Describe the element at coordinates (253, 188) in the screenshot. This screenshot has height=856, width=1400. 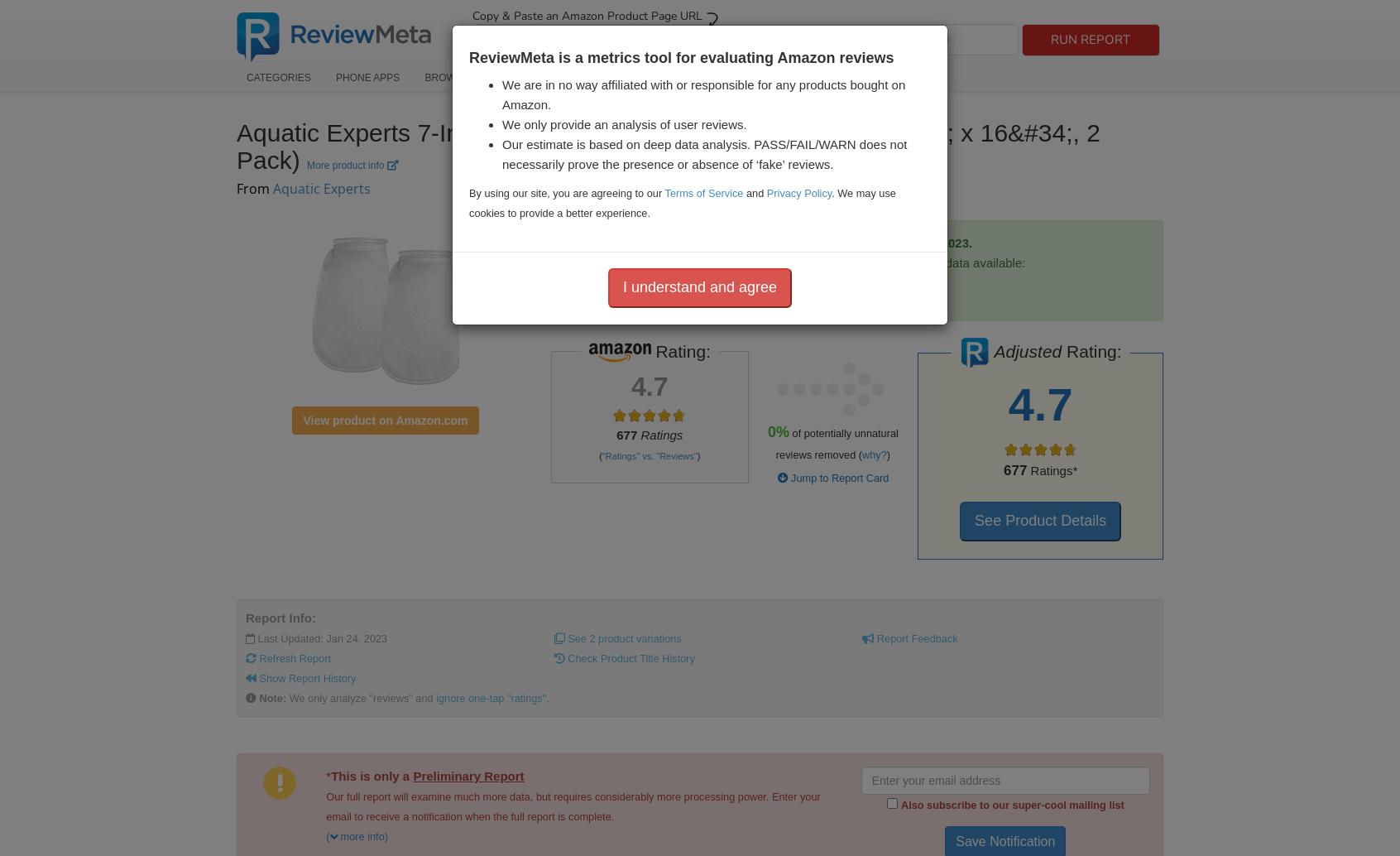
I see `'From'` at that location.